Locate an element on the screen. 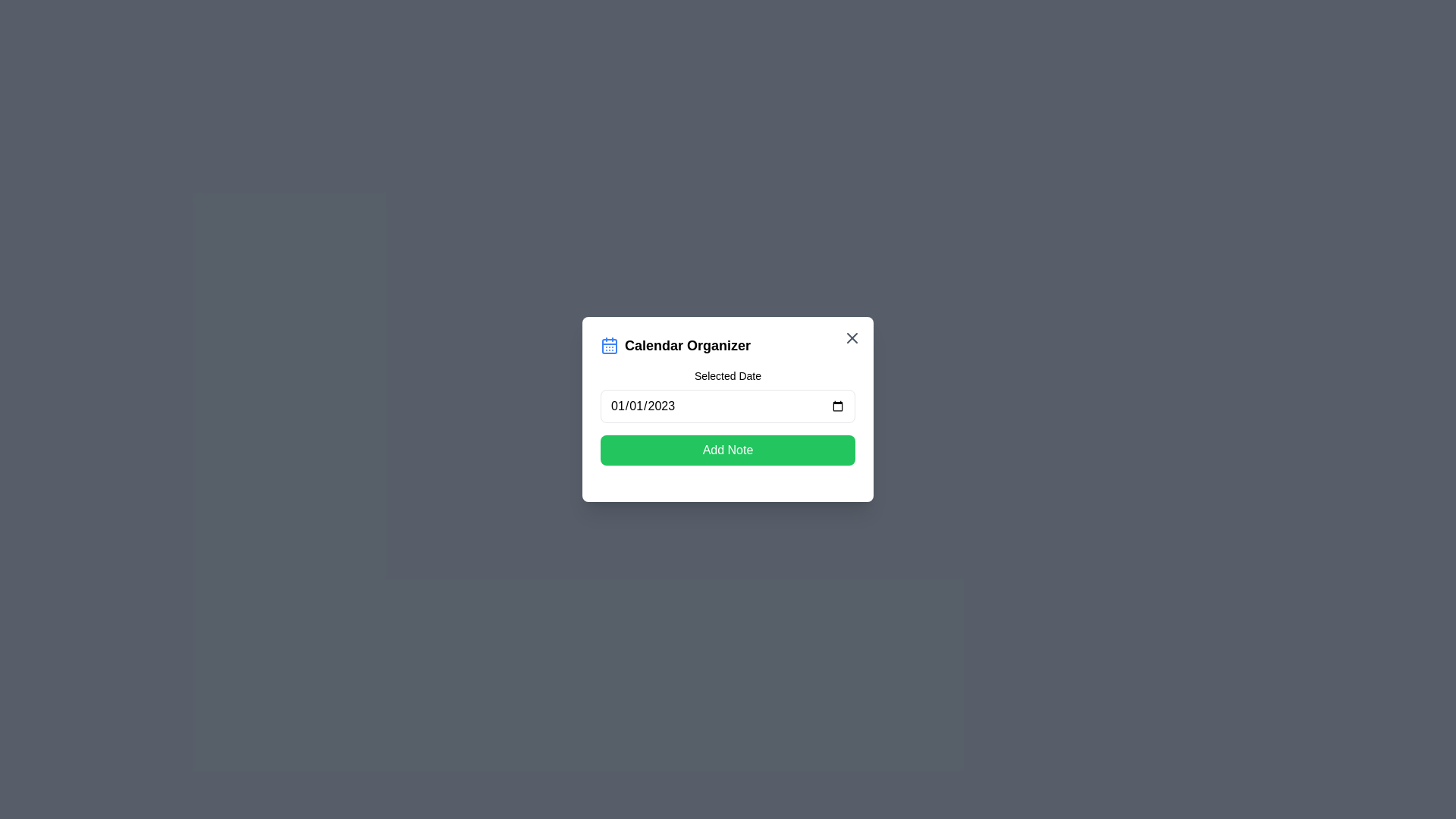 This screenshot has height=819, width=1456. the close button to dismiss the dialog is located at coordinates (852, 337).